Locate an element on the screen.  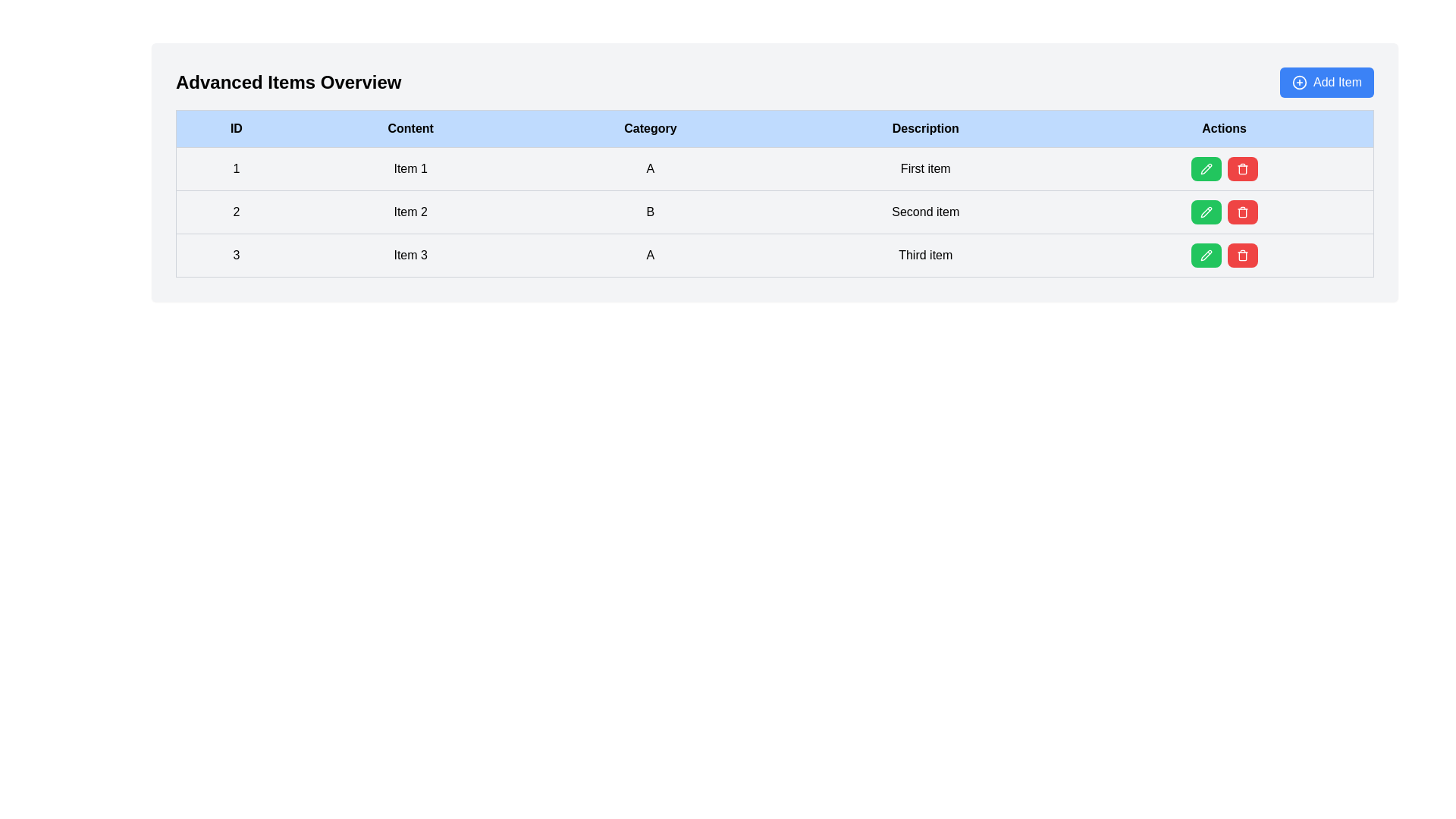
the static text element displaying the numerical identifier '3' in the first column of the third row of the table, which is bolded and has a black font on a light gray background is located at coordinates (235, 254).